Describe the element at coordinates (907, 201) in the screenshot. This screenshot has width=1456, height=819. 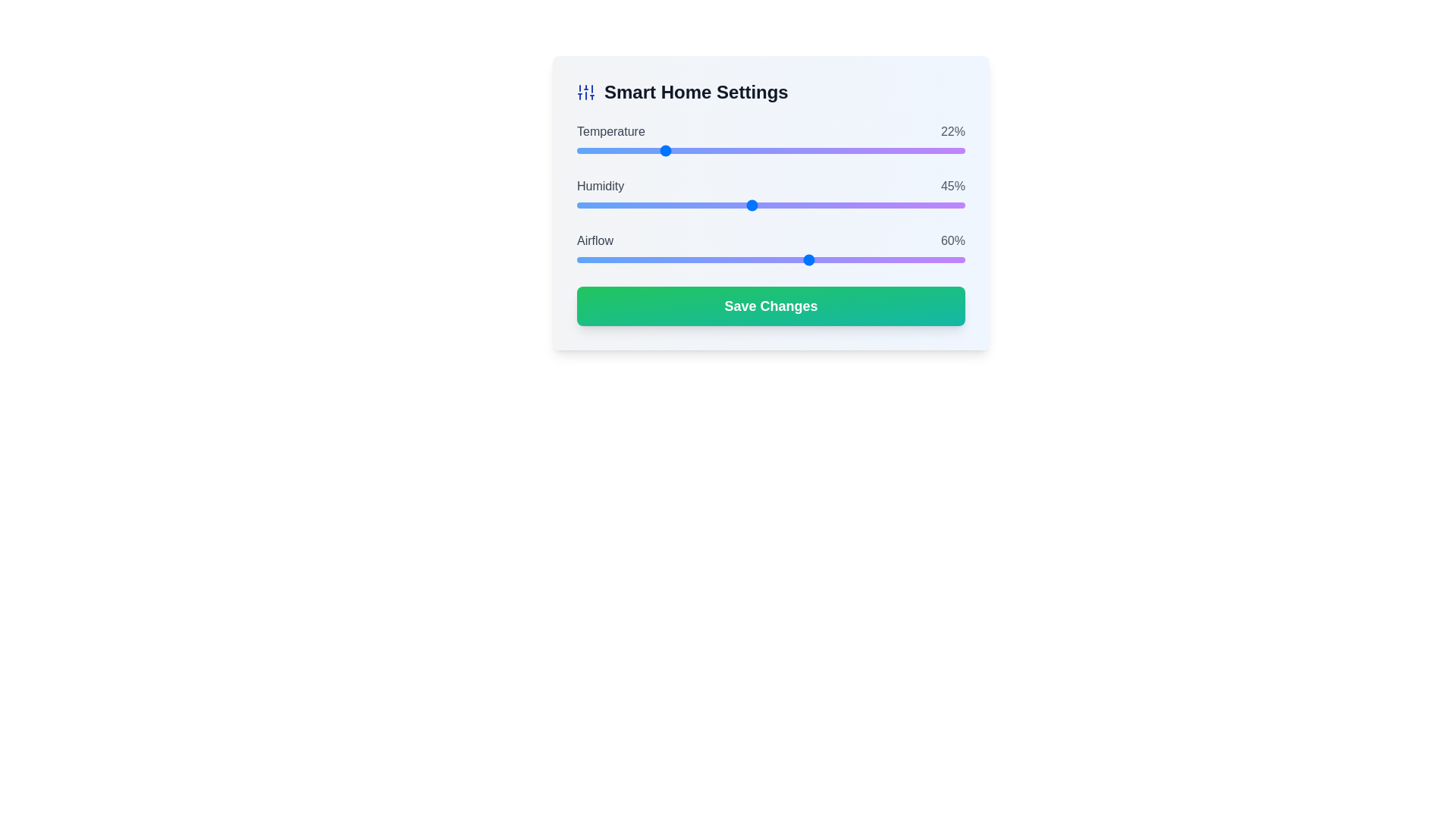
I see `the humidity level` at that location.